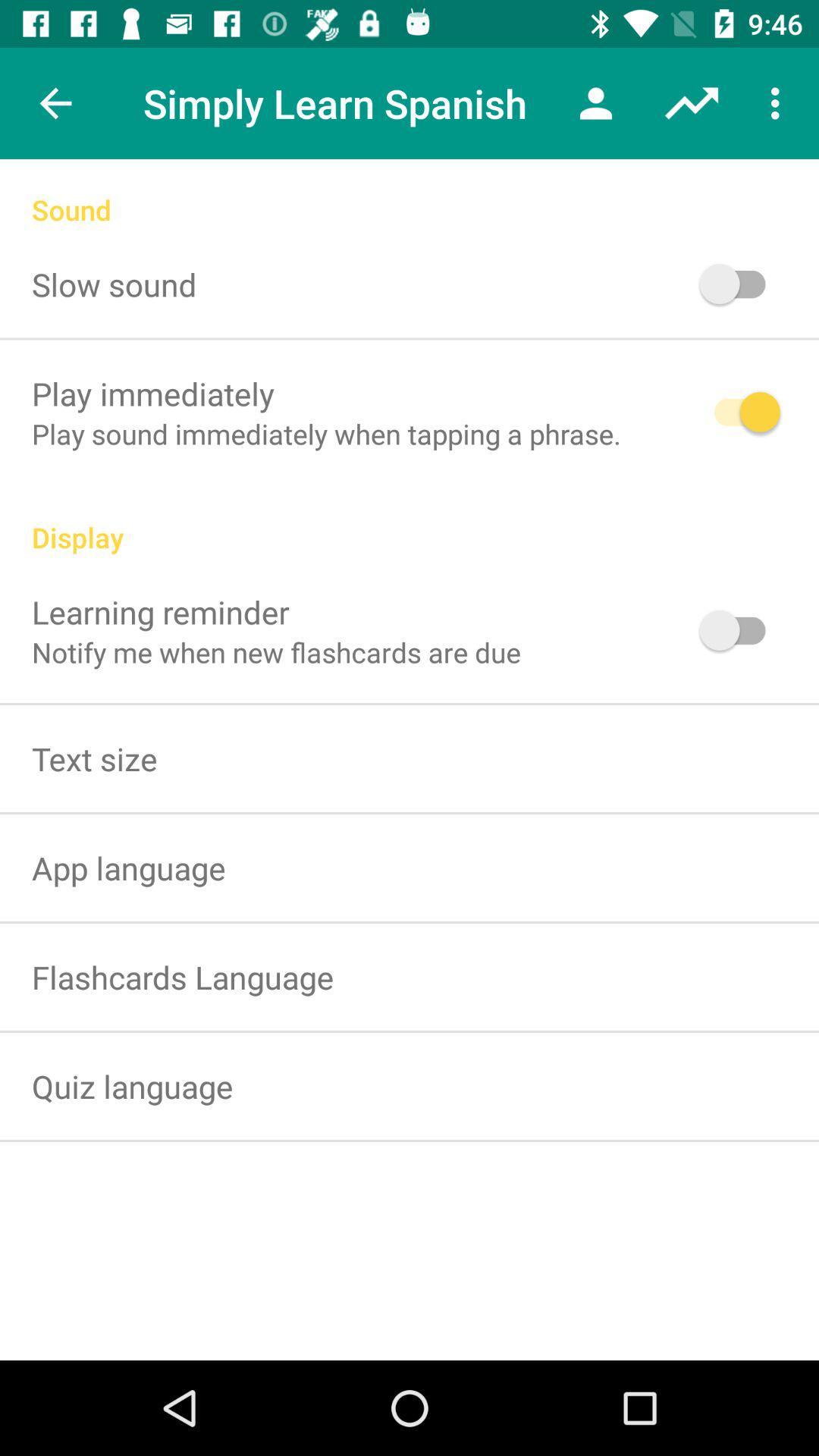 This screenshot has width=819, height=1456. What do you see at coordinates (127, 868) in the screenshot?
I see `the app language item` at bounding box center [127, 868].